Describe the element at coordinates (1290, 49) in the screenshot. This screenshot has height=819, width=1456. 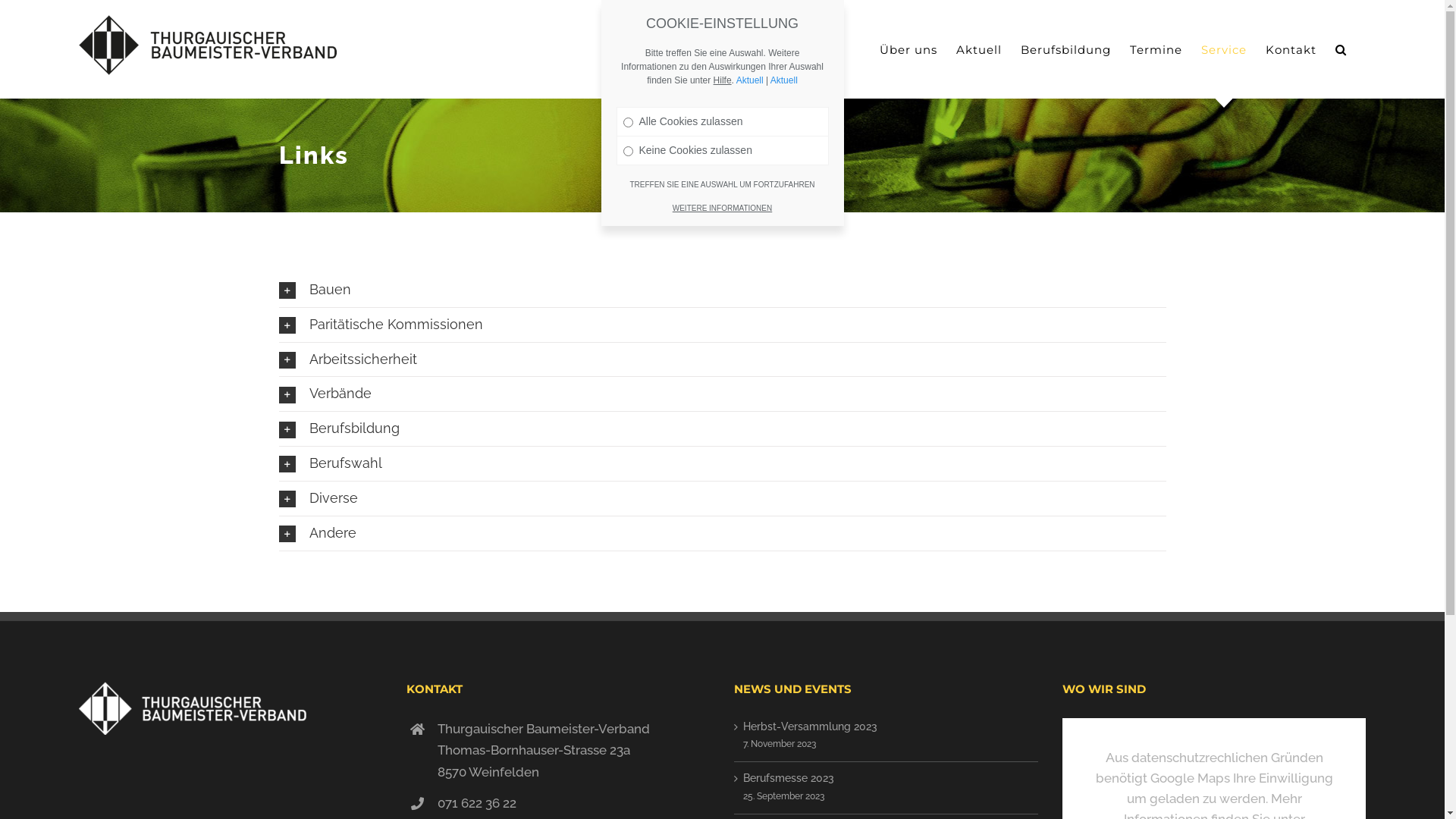
I see `'Kontakt'` at that location.